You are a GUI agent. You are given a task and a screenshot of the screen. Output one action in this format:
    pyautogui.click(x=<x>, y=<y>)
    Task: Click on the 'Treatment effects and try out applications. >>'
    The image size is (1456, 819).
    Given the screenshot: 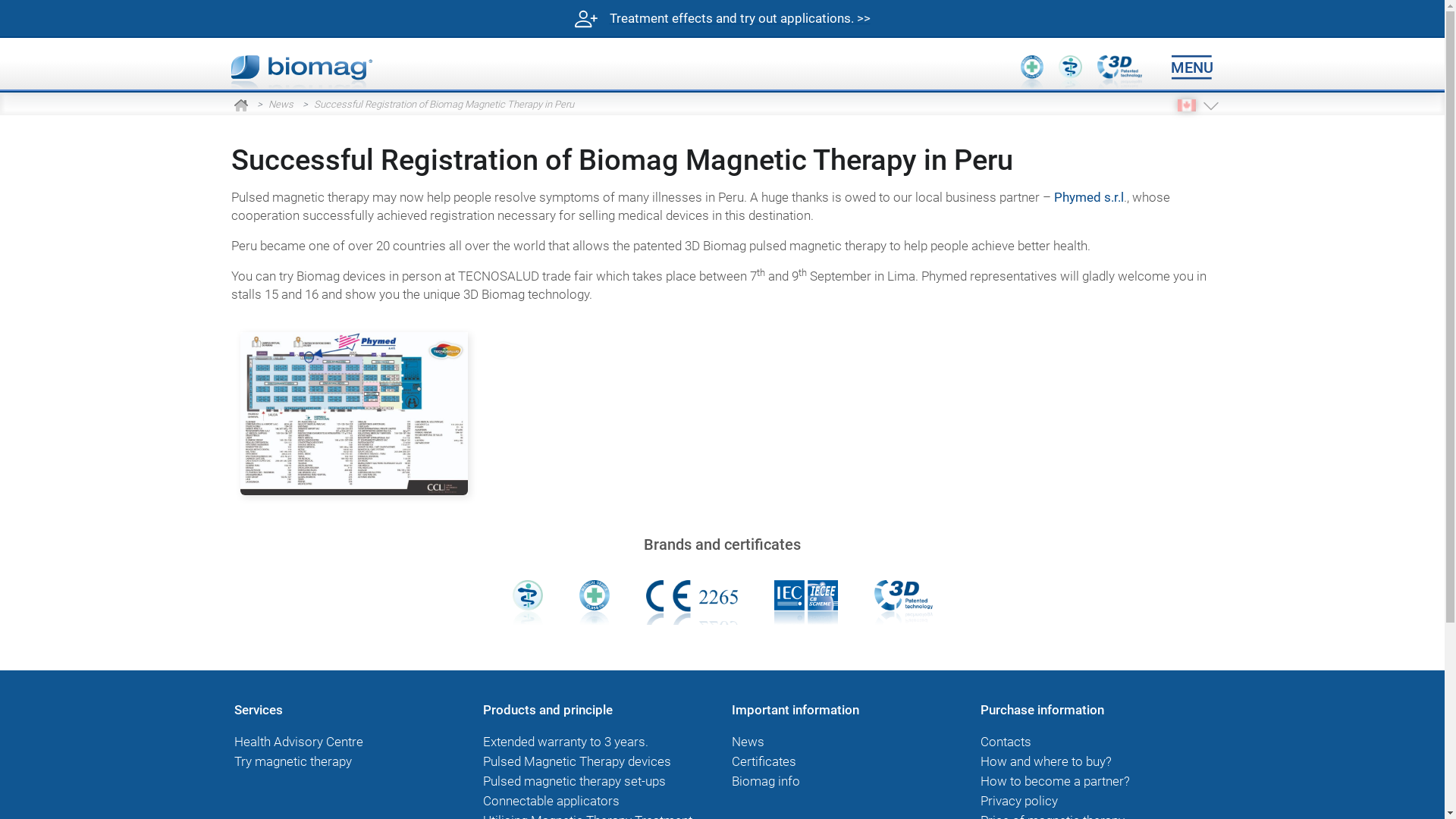 What is the action you would take?
    pyautogui.click(x=721, y=18)
    